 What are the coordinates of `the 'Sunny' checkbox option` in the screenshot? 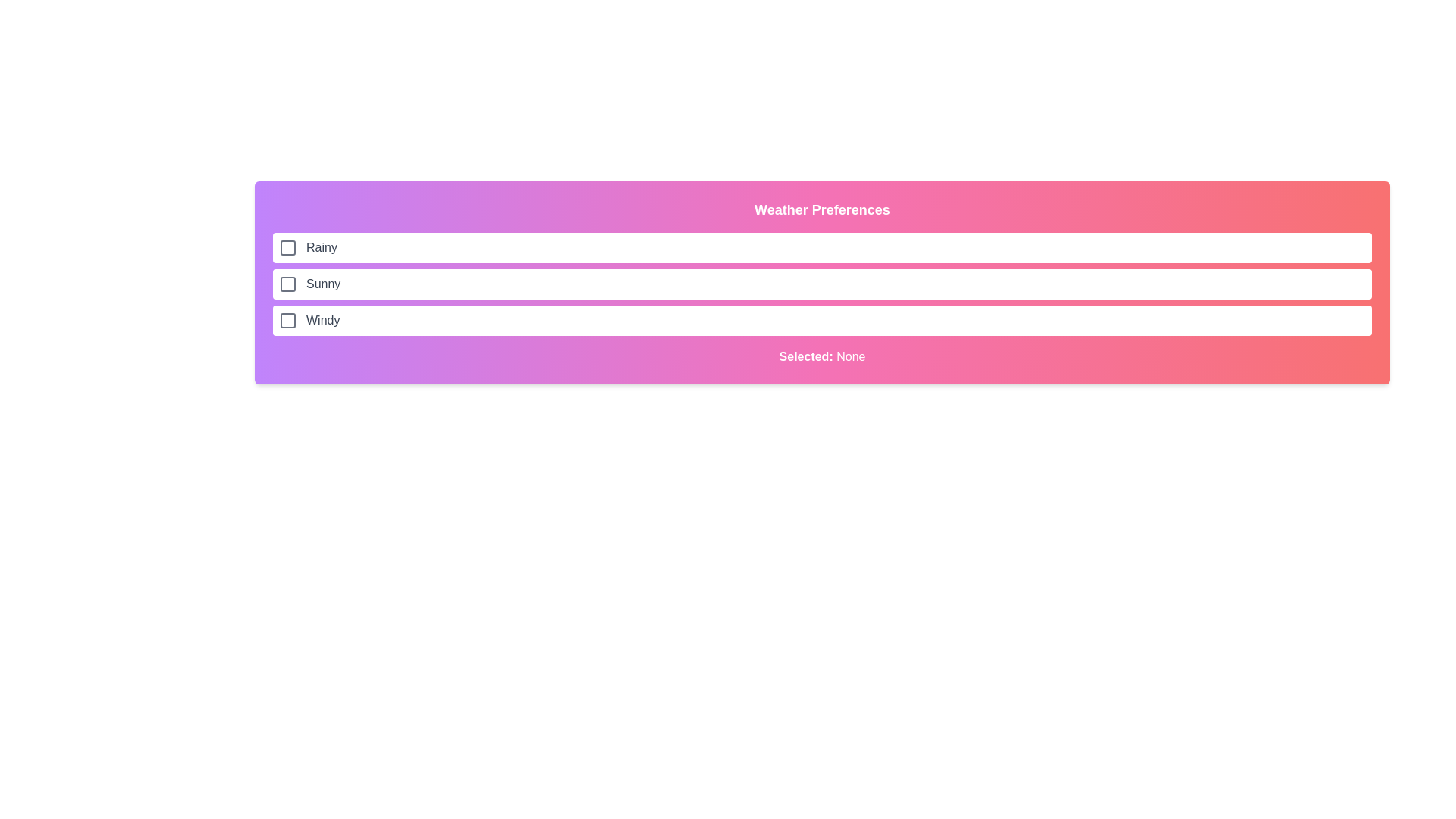 It's located at (821, 284).